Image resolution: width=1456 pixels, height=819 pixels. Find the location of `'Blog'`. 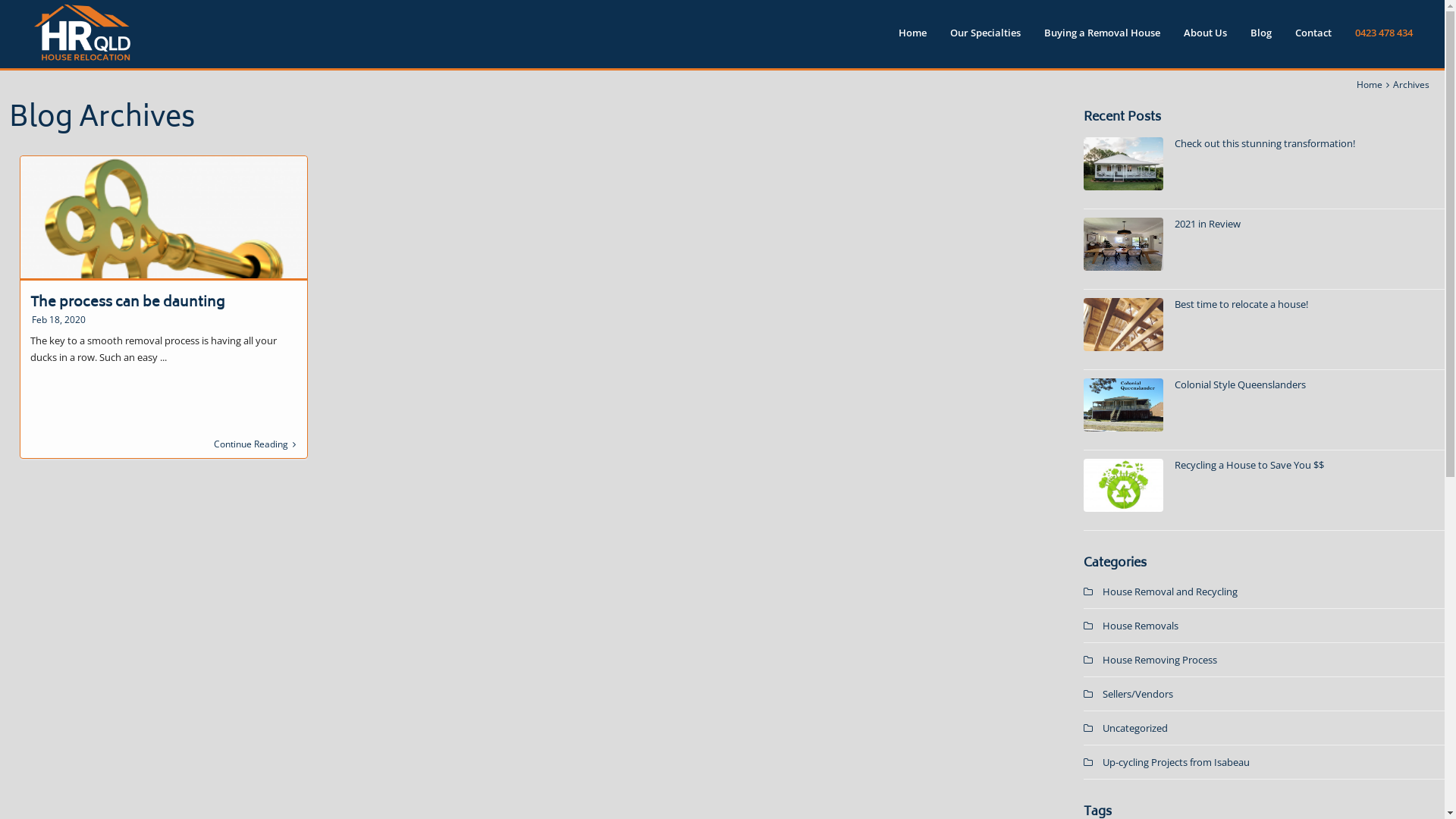

'Blog' is located at coordinates (1260, 37).